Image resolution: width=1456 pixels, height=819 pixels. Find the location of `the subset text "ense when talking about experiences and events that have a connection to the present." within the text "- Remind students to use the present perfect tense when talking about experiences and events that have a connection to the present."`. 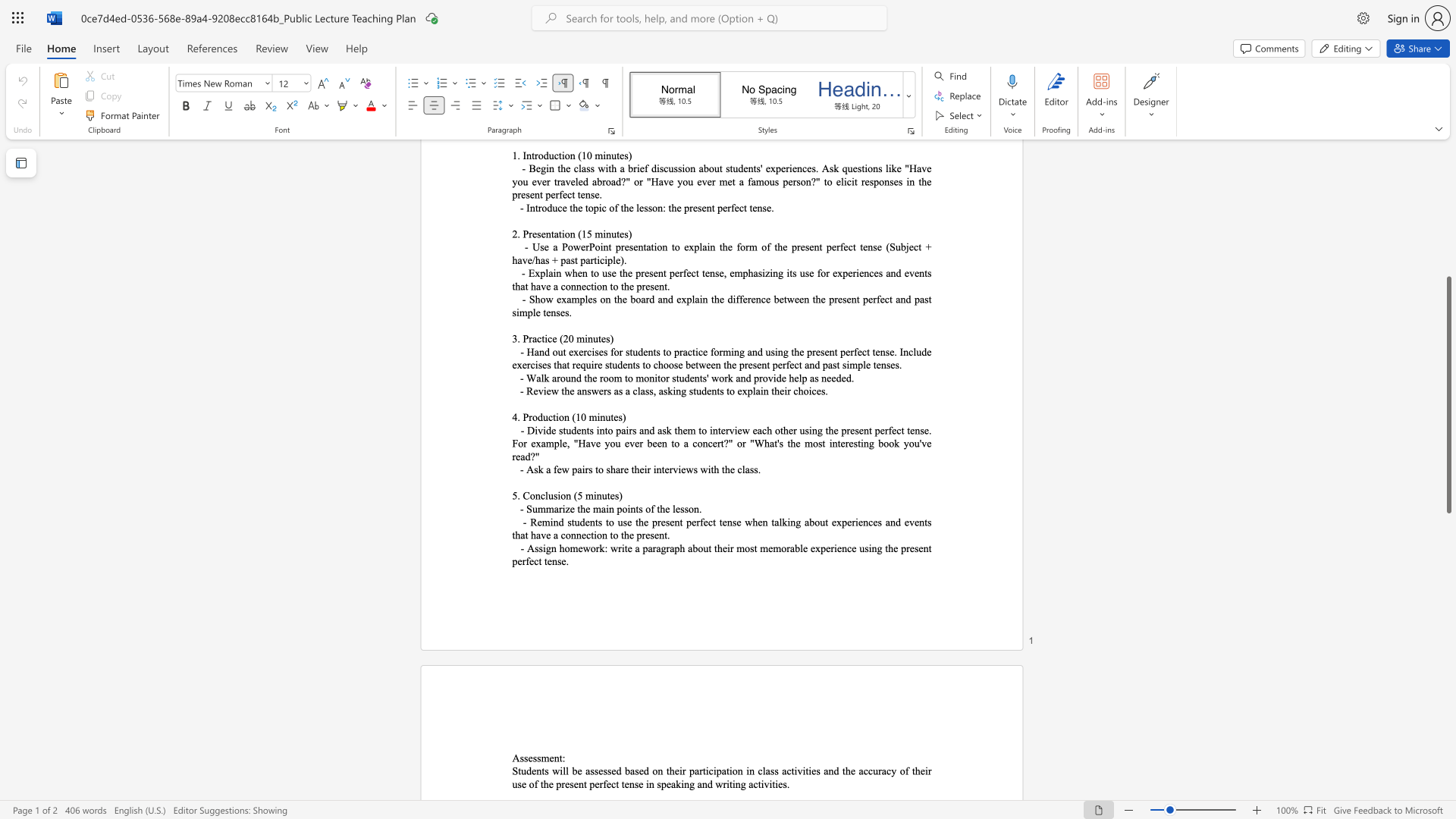

the subset text "ense when talking about experiences and events that have a connection to the present." within the text "- Remind students to use the present perfect tense when talking about experiences and events that have a connection to the present." is located at coordinates (721, 521).